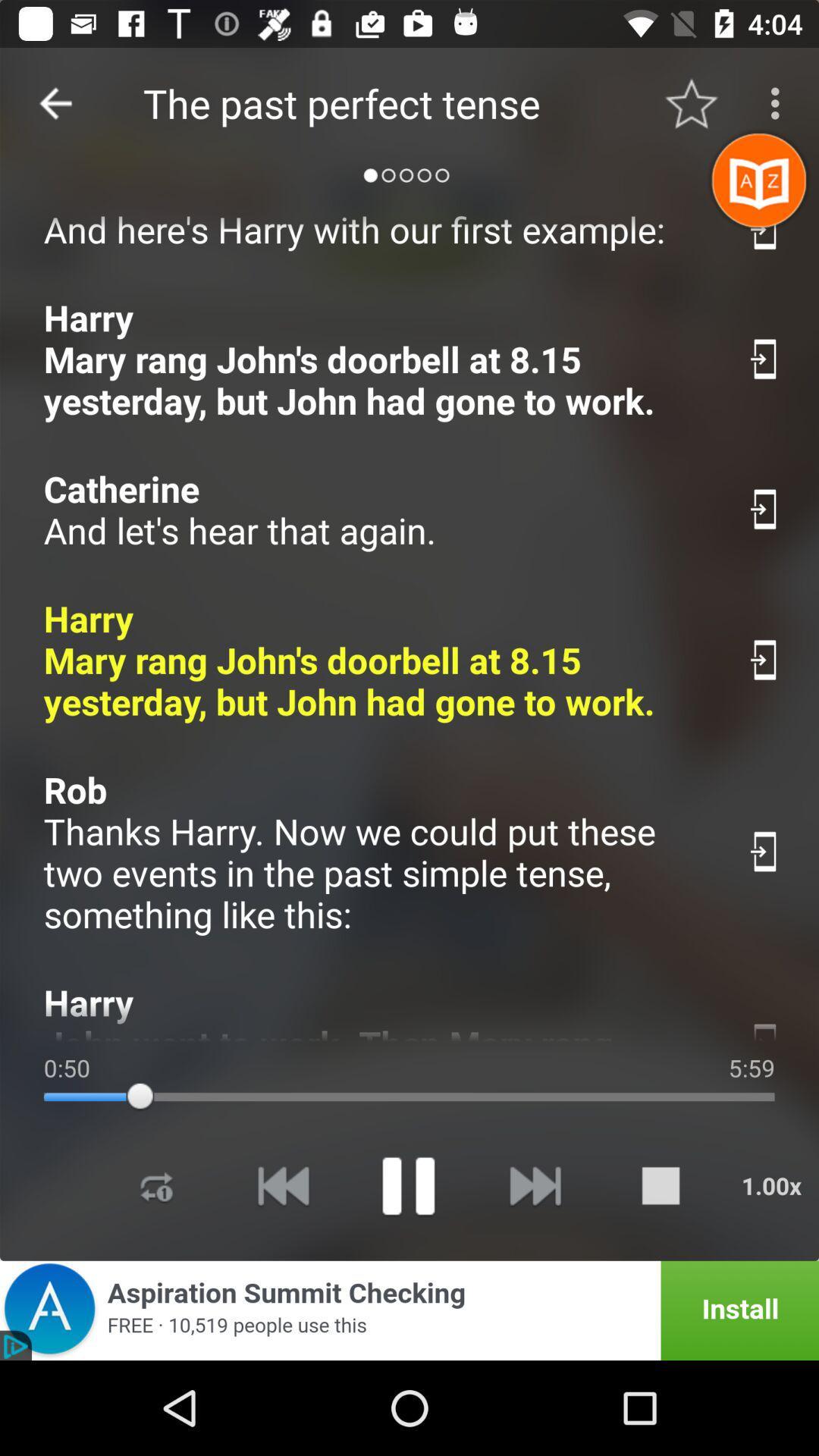  What do you see at coordinates (765, 1028) in the screenshot?
I see `download to phone` at bounding box center [765, 1028].